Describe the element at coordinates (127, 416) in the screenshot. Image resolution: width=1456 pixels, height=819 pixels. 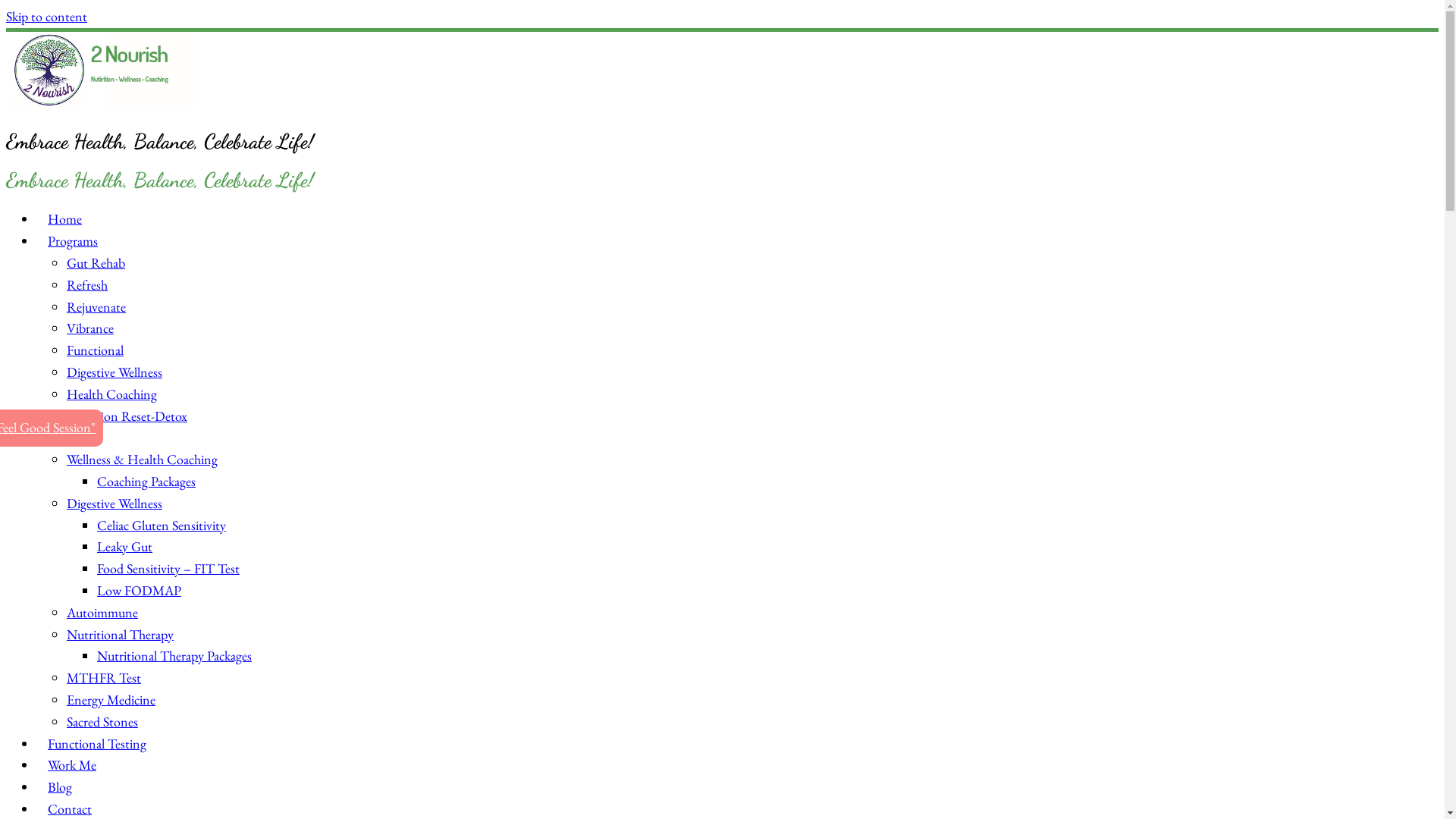
I see `'Nutrition Reset-Detox'` at that location.